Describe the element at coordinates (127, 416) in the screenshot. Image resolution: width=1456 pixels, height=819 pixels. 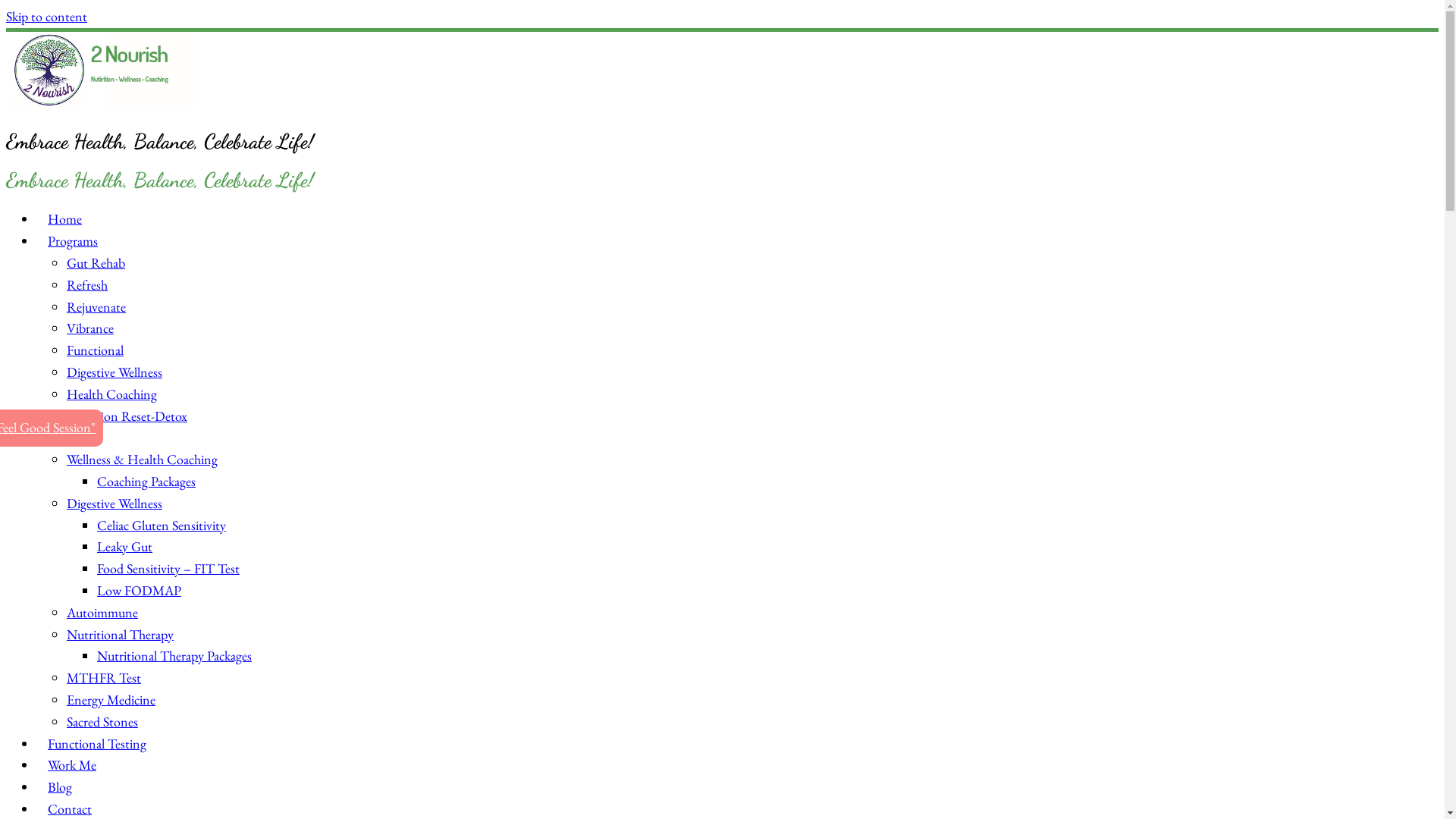
I see `'Nutrition Reset-Detox'` at that location.